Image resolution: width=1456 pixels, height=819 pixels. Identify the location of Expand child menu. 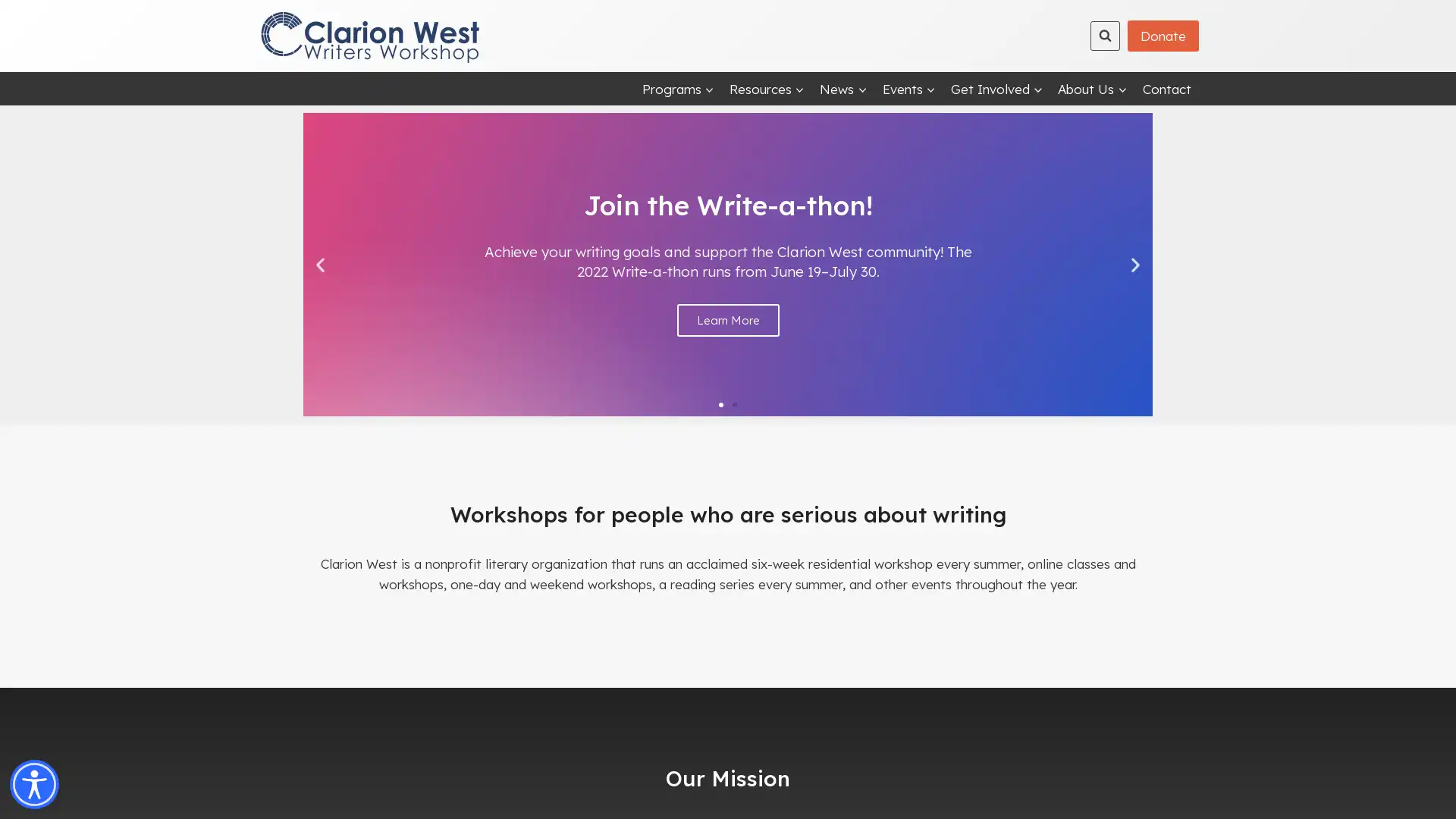
(767, 88).